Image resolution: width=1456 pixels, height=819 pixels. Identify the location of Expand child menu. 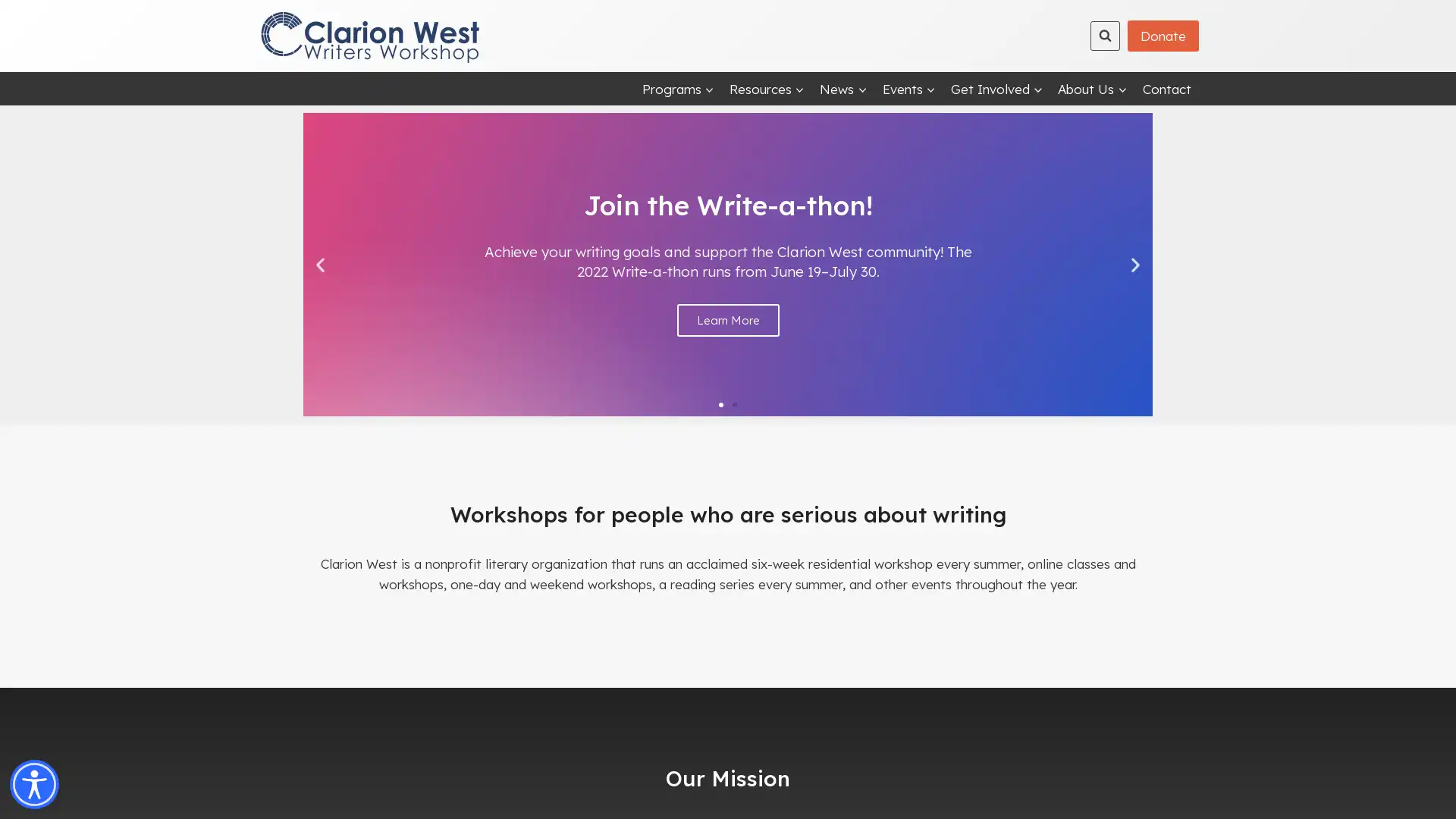
(767, 88).